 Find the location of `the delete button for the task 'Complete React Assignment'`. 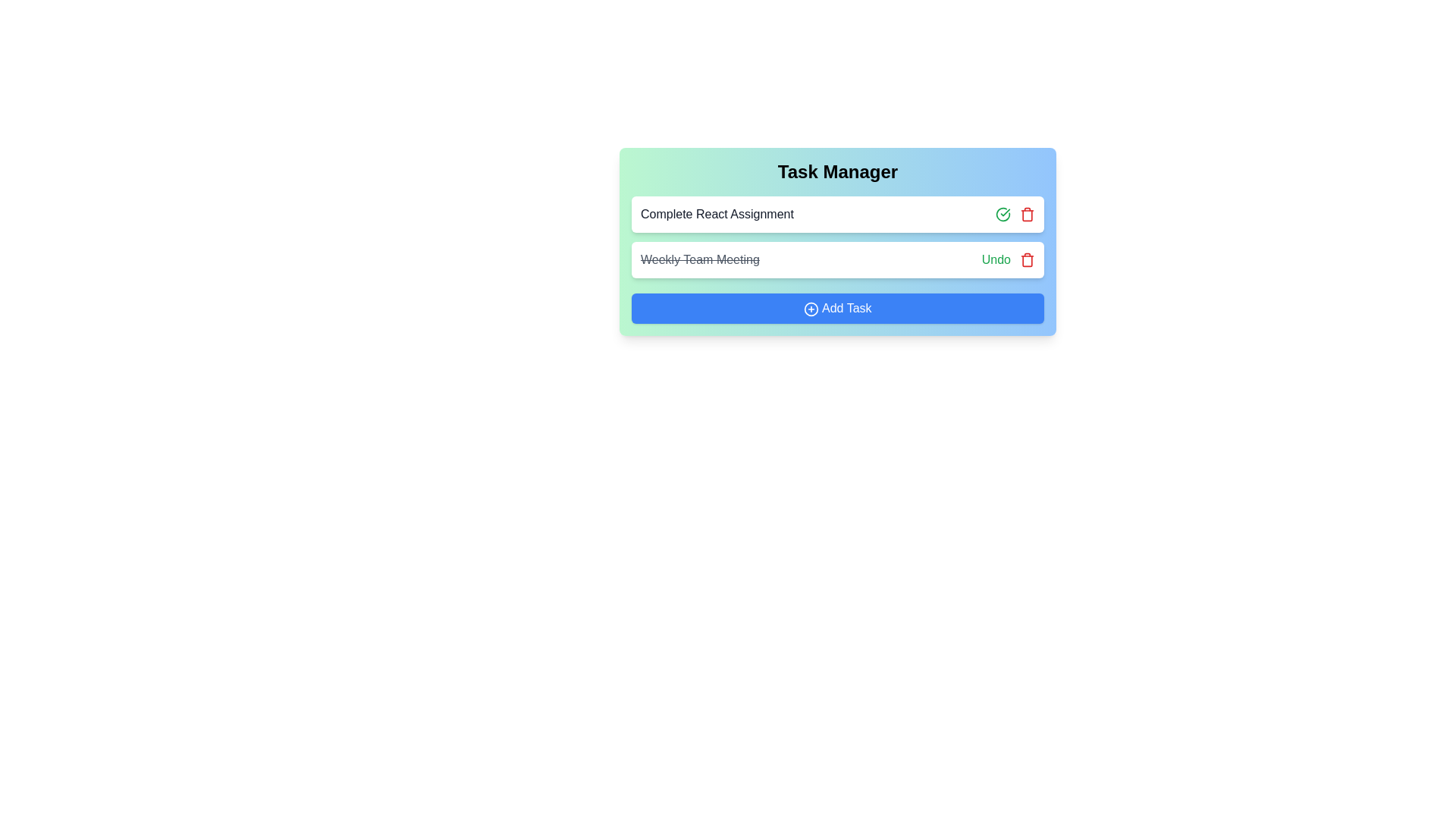

the delete button for the task 'Complete React Assignment' is located at coordinates (1027, 214).